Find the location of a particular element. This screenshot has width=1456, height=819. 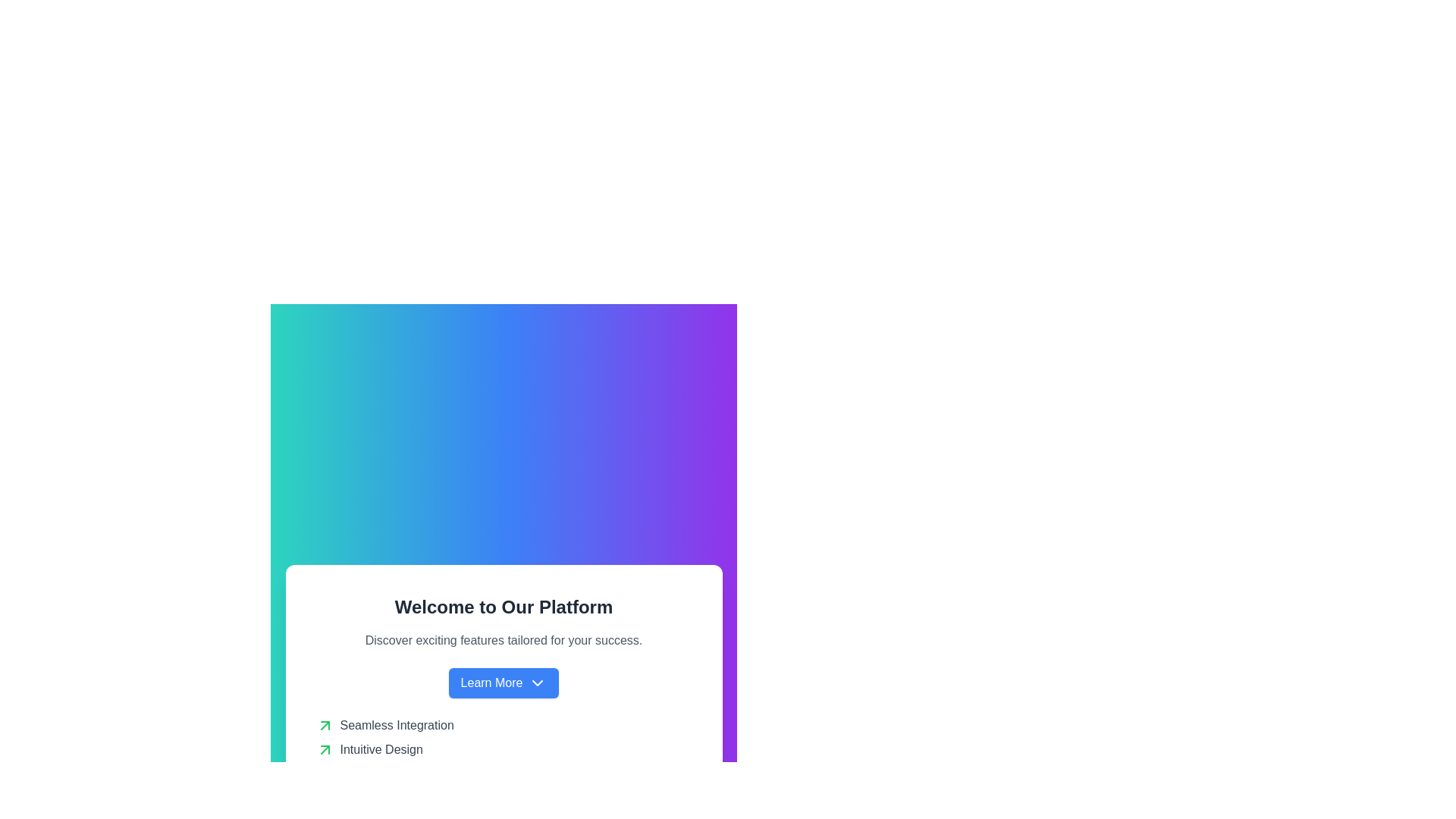

the static informational text located directly under the header 'Welcome to Our Platform' and above the 'Learn More' button within the card is located at coordinates (504, 640).